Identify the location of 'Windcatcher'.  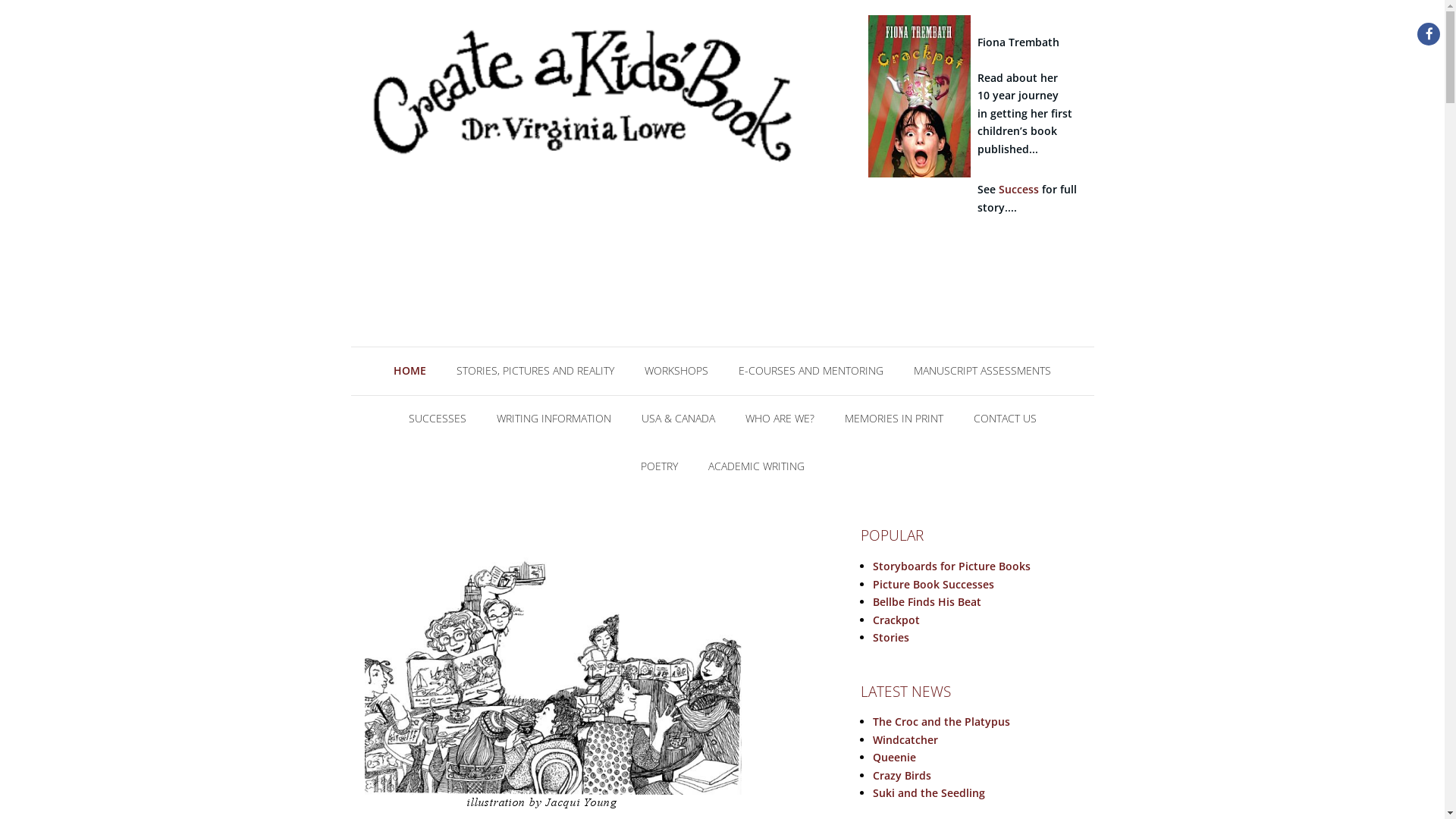
(873, 739).